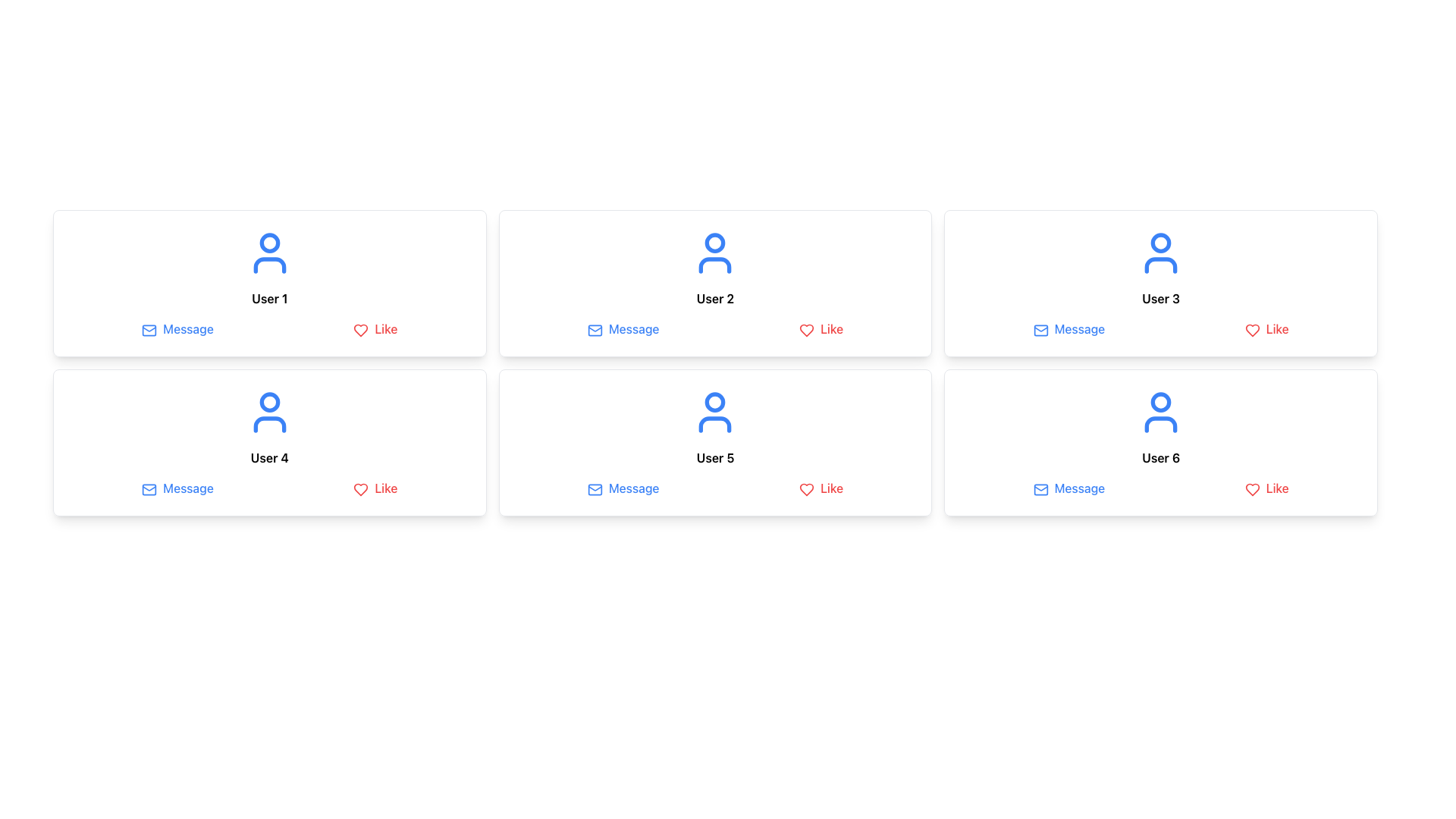 Image resolution: width=1456 pixels, height=819 pixels. I want to click on the button with an icon and text located beneath the user profile labeled 'User 5' to send a message to the user, so click(623, 488).